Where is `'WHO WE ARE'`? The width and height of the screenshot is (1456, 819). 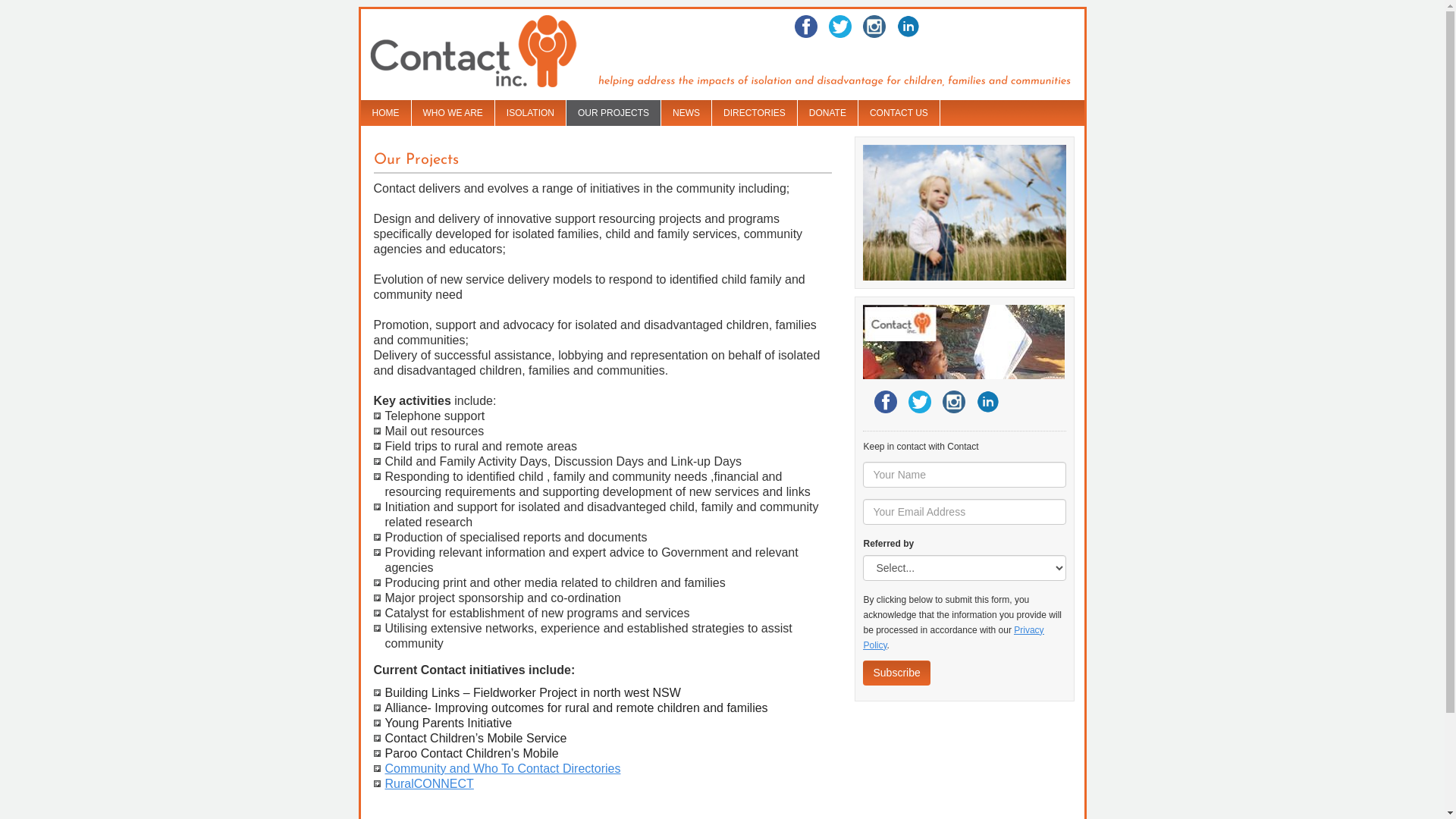 'WHO WE ARE' is located at coordinates (411, 112).